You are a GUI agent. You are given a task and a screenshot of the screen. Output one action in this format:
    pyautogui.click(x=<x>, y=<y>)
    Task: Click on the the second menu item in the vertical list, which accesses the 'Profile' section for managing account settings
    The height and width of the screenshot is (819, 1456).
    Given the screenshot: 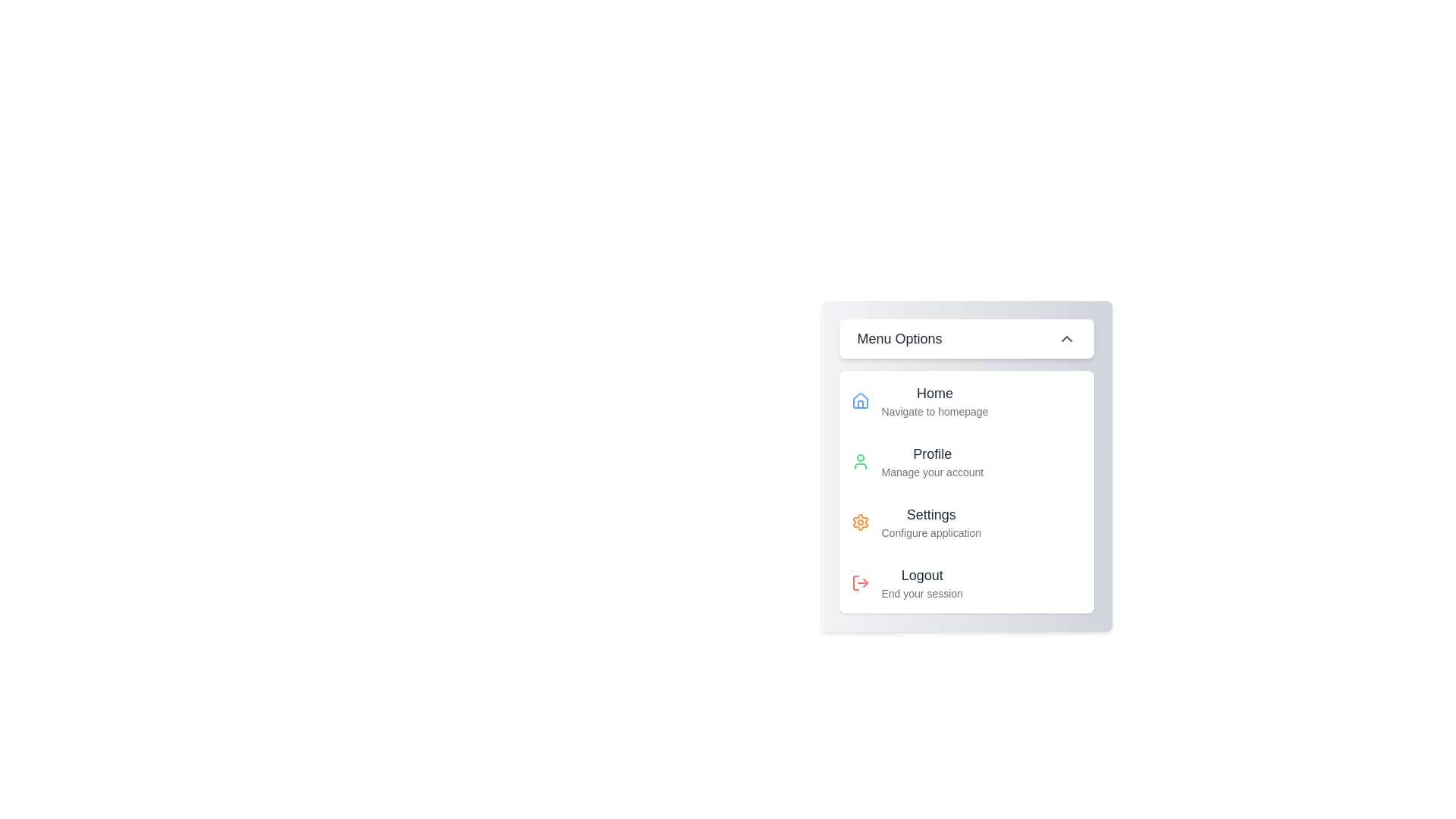 What is the action you would take?
    pyautogui.click(x=965, y=461)
    